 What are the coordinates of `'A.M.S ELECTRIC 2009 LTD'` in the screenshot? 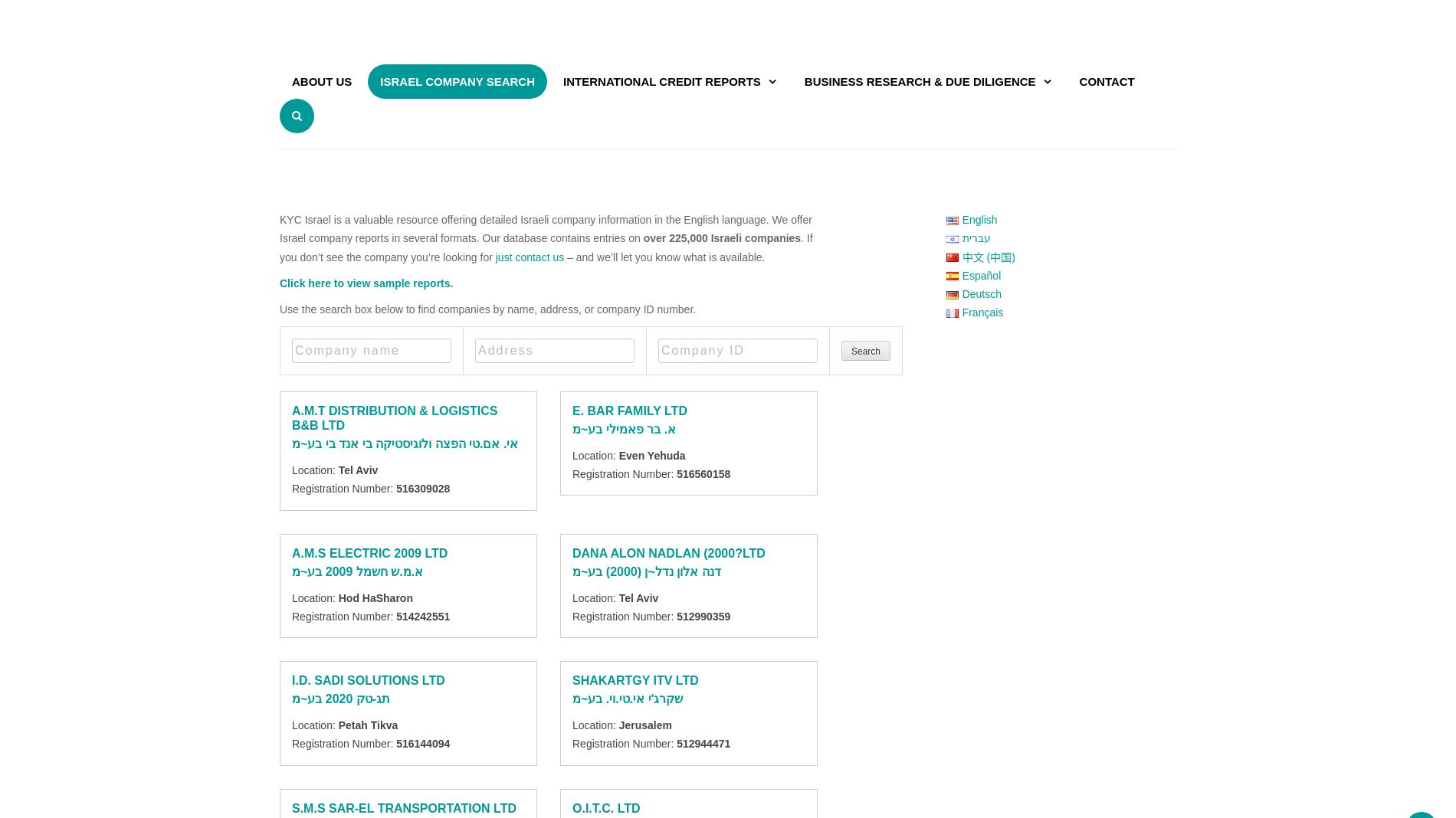 It's located at (369, 552).